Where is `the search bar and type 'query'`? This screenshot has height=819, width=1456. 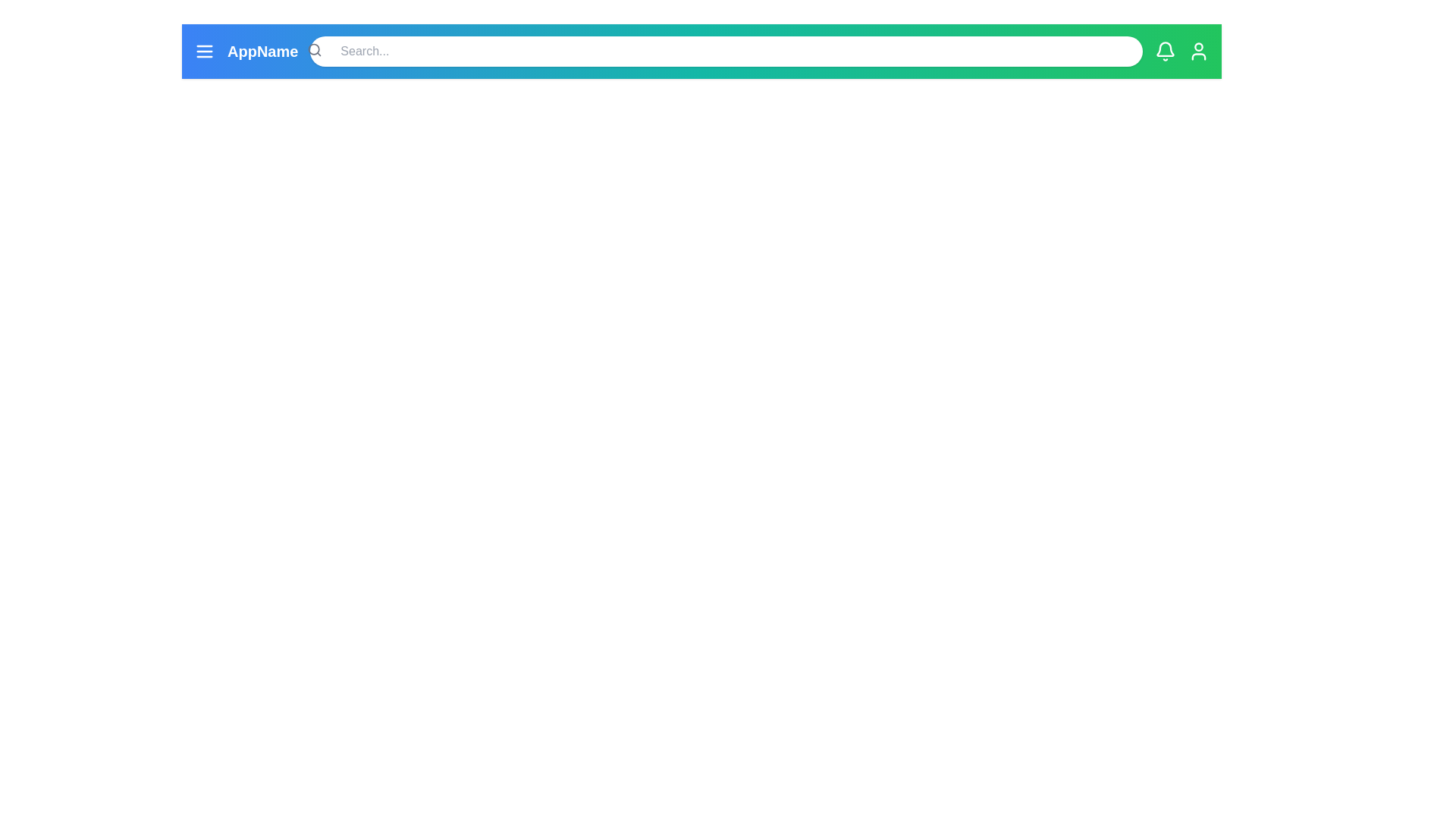
the search bar and type 'query' is located at coordinates (726, 51).